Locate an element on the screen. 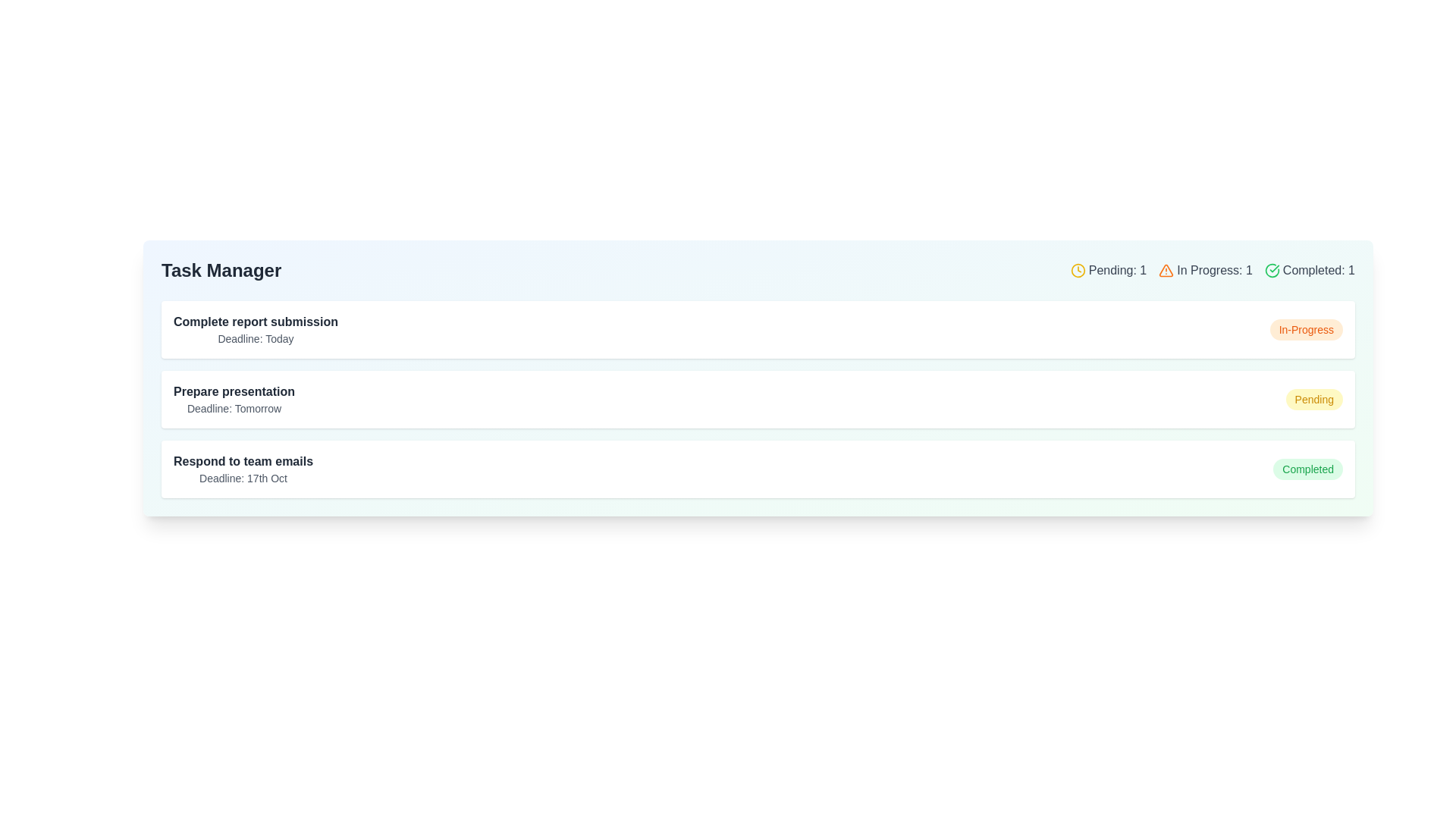  the 'Pending' state icon, represented by a clock is located at coordinates (1077, 270).